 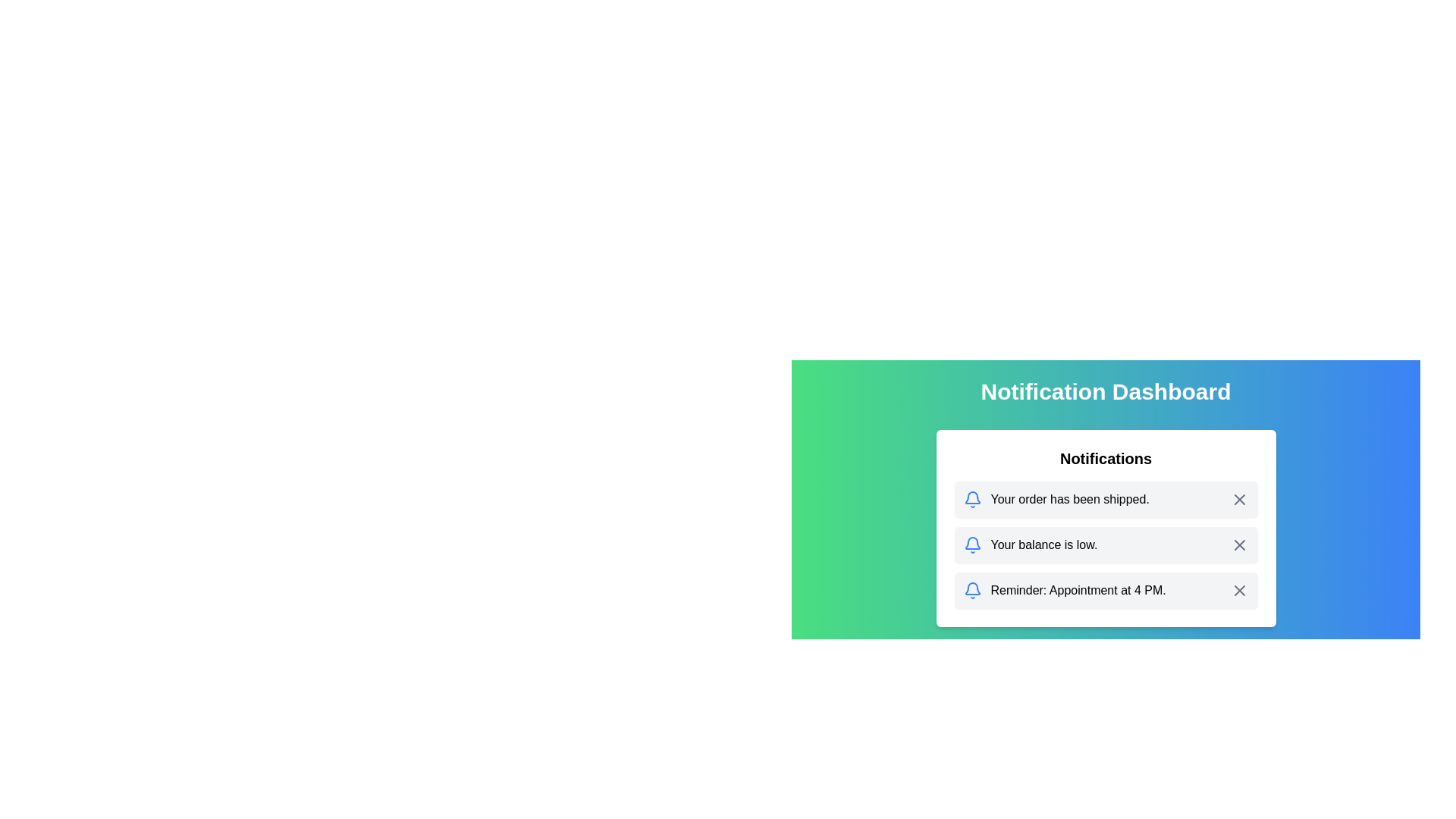 I want to click on notification text of the first notification item under the 'Notifications' section, which displays the order shipping message, so click(x=1106, y=503).